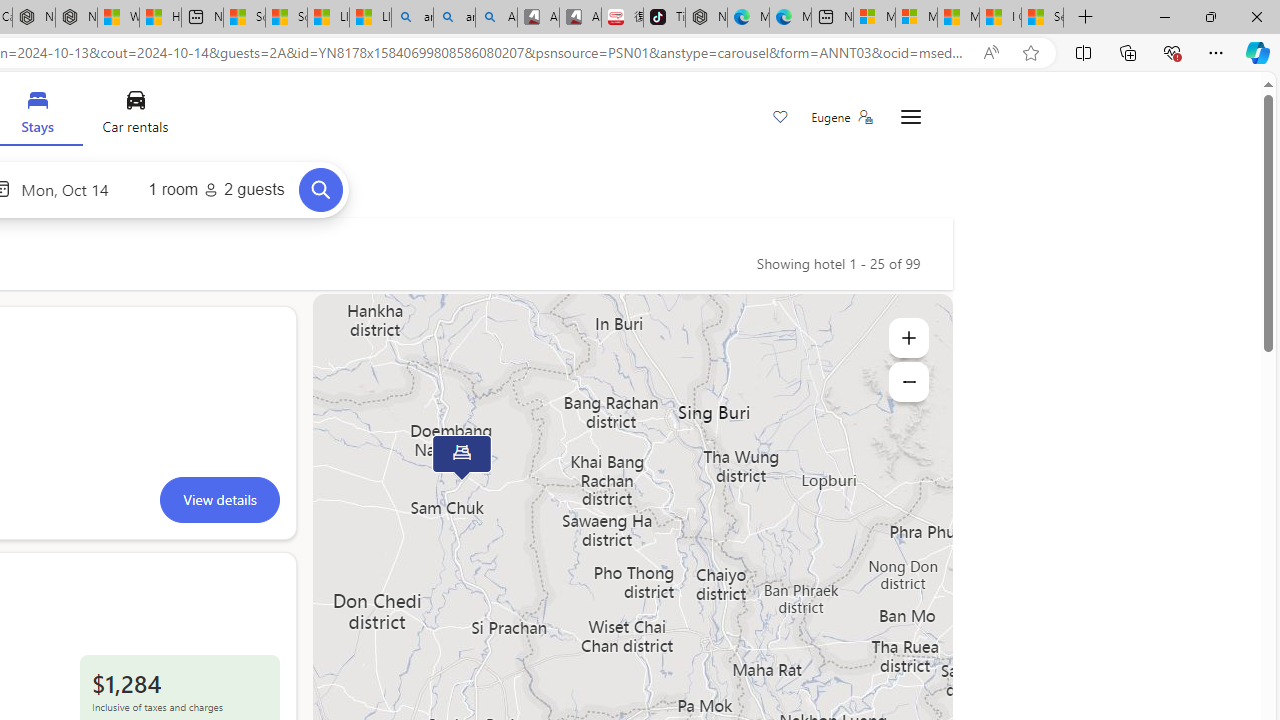 The width and height of the screenshot is (1280, 720). Describe the element at coordinates (841, 117) in the screenshot. I see `'Eugene'` at that location.